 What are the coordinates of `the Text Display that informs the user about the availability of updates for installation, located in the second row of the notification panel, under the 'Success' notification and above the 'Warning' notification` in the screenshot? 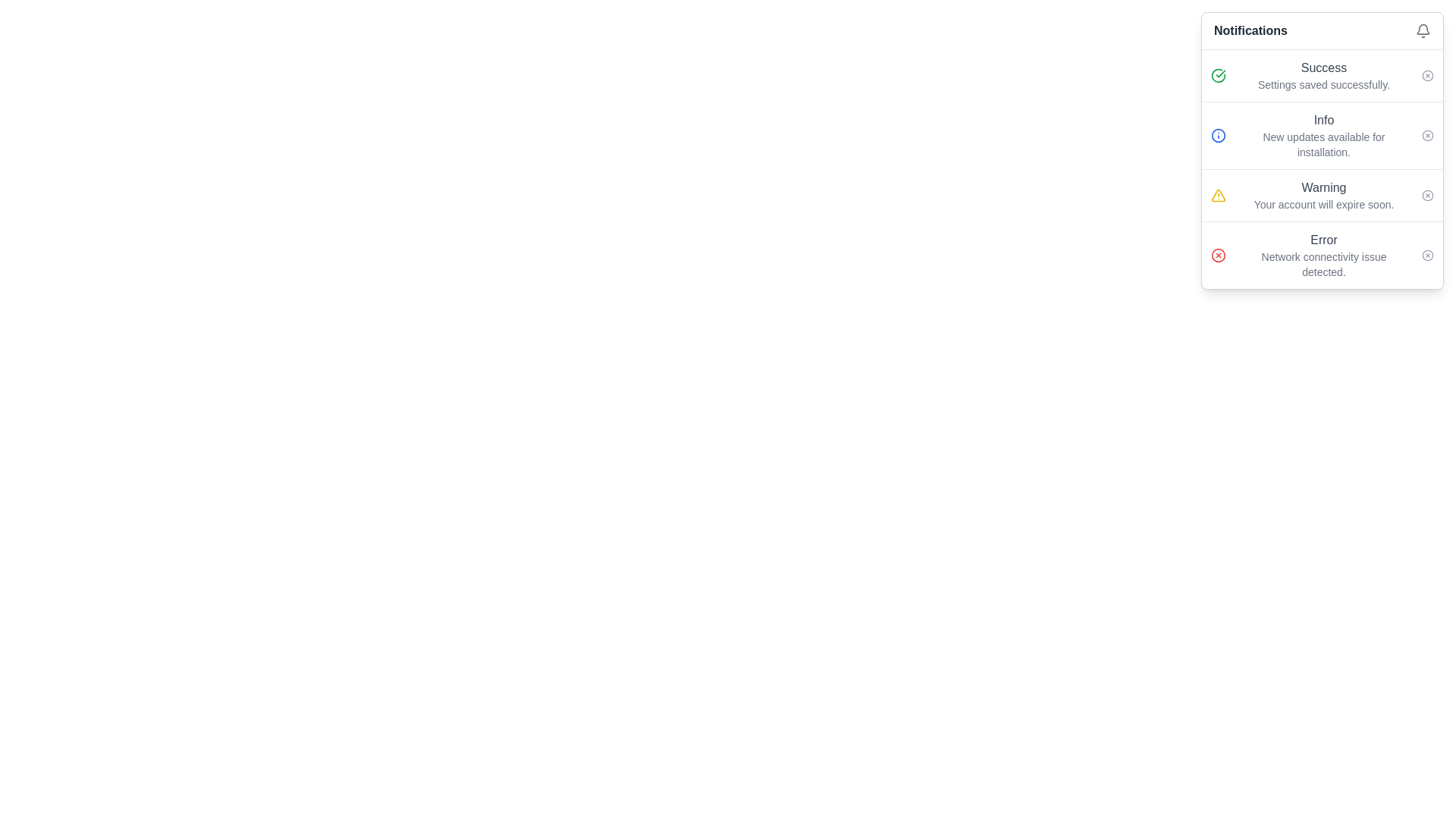 It's located at (1323, 134).